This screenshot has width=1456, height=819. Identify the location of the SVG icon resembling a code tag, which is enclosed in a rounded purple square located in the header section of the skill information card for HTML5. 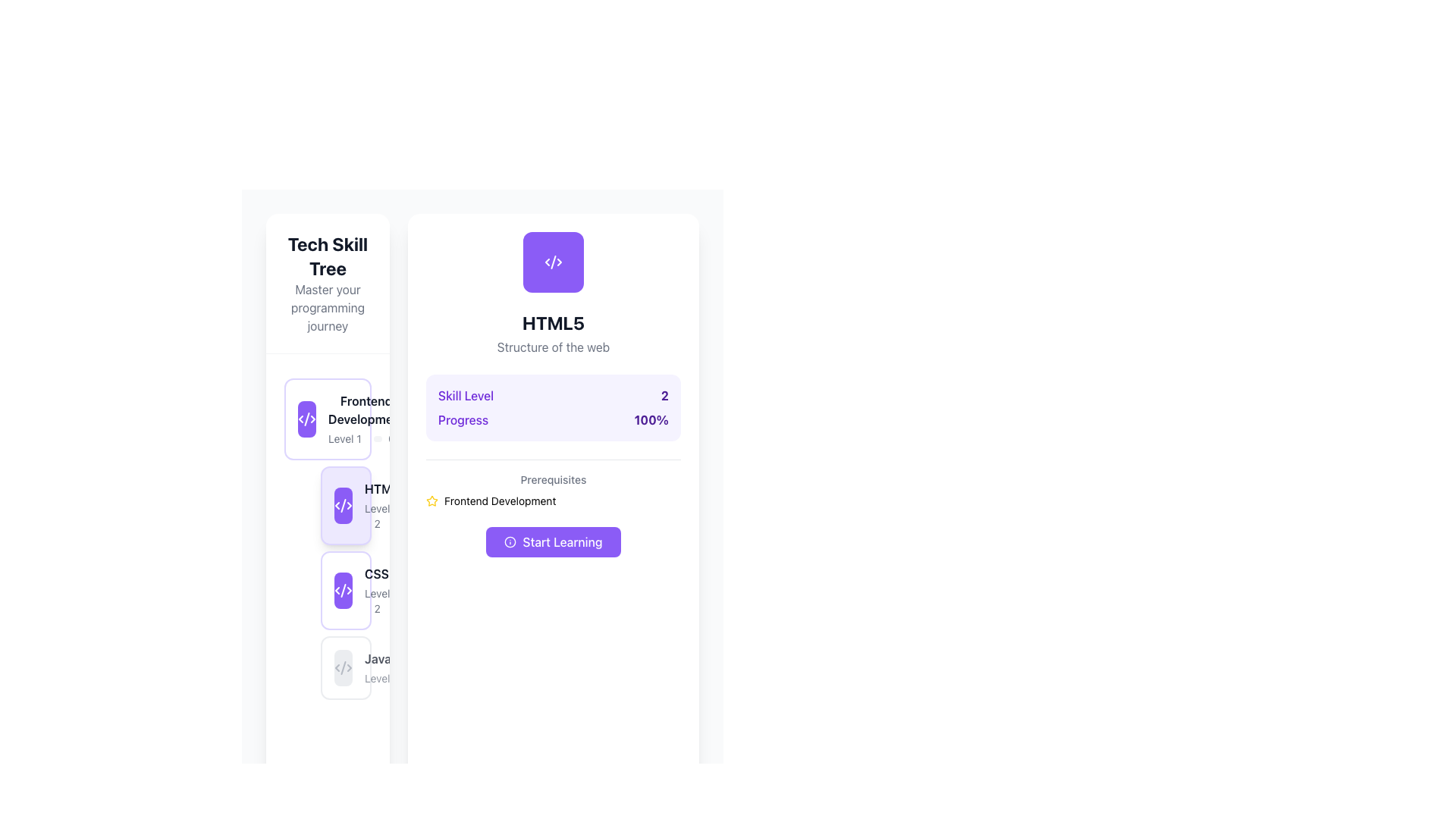
(552, 262).